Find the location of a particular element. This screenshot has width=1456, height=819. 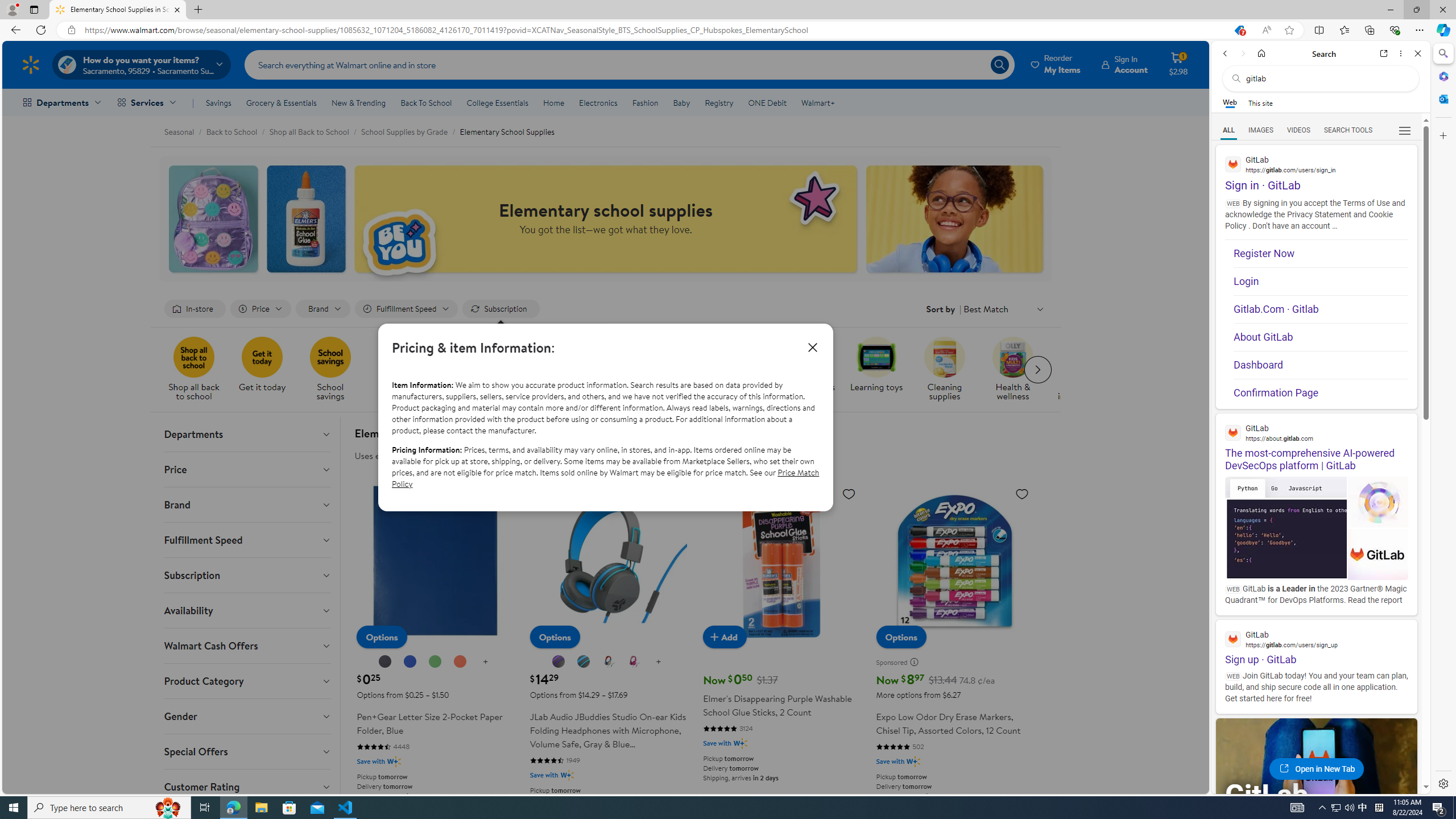

'Outlook' is located at coordinates (1442, 98).